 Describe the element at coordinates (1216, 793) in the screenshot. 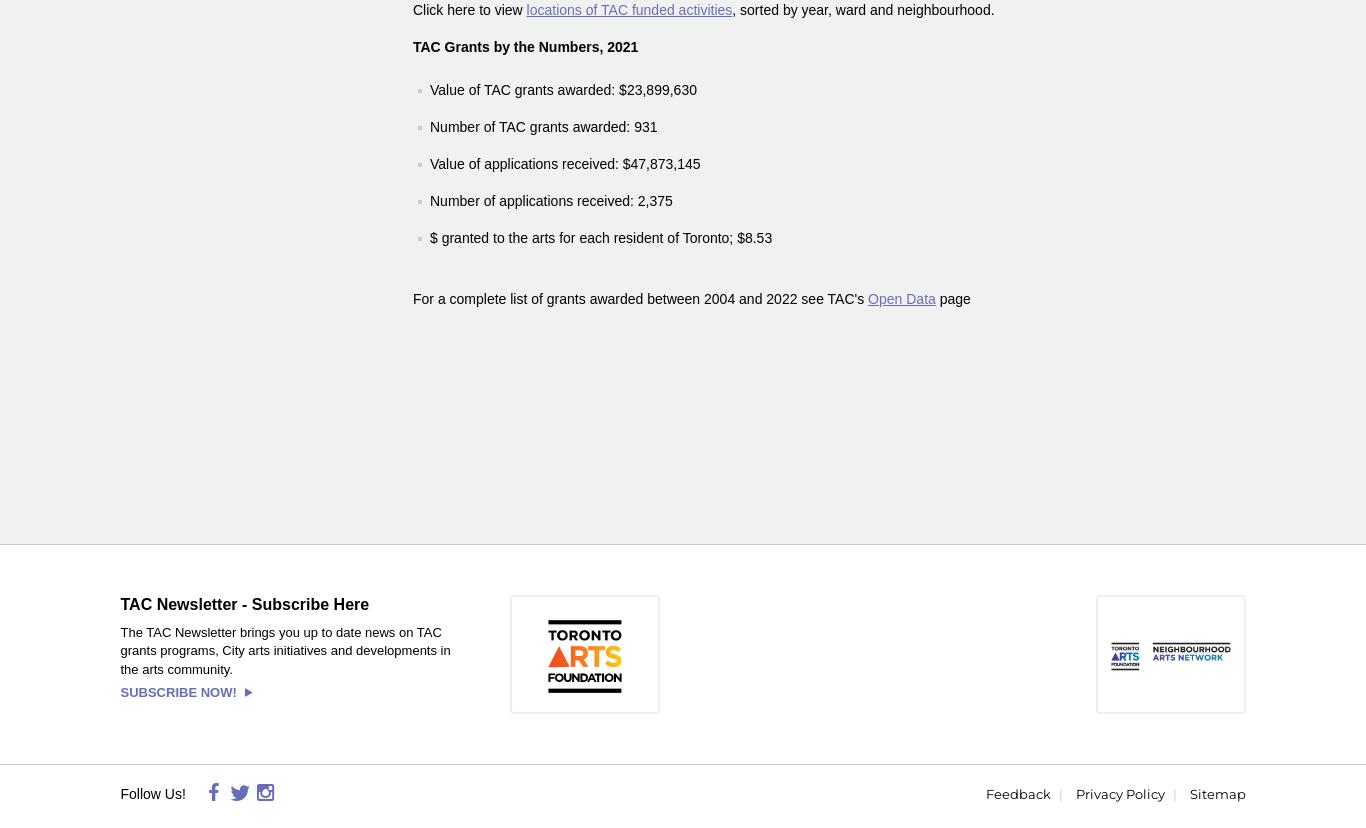

I see `'Sitemap'` at that location.